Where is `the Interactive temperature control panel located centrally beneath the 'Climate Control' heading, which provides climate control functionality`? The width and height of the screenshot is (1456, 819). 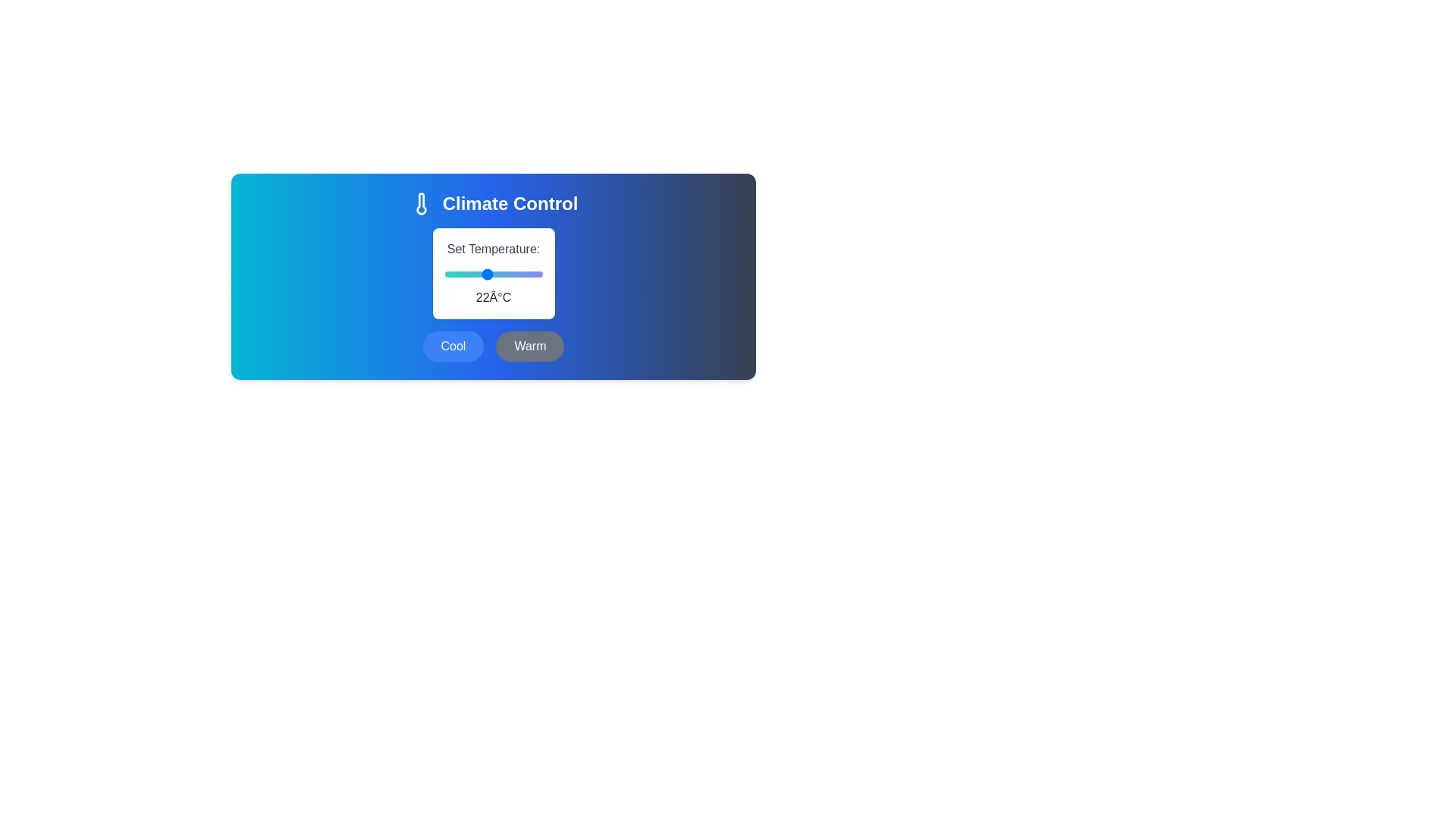
the Interactive temperature control panel located centrally beneath the 'Climate Control' heading, which provides climate control functionality is located at coordinates (494, 277).